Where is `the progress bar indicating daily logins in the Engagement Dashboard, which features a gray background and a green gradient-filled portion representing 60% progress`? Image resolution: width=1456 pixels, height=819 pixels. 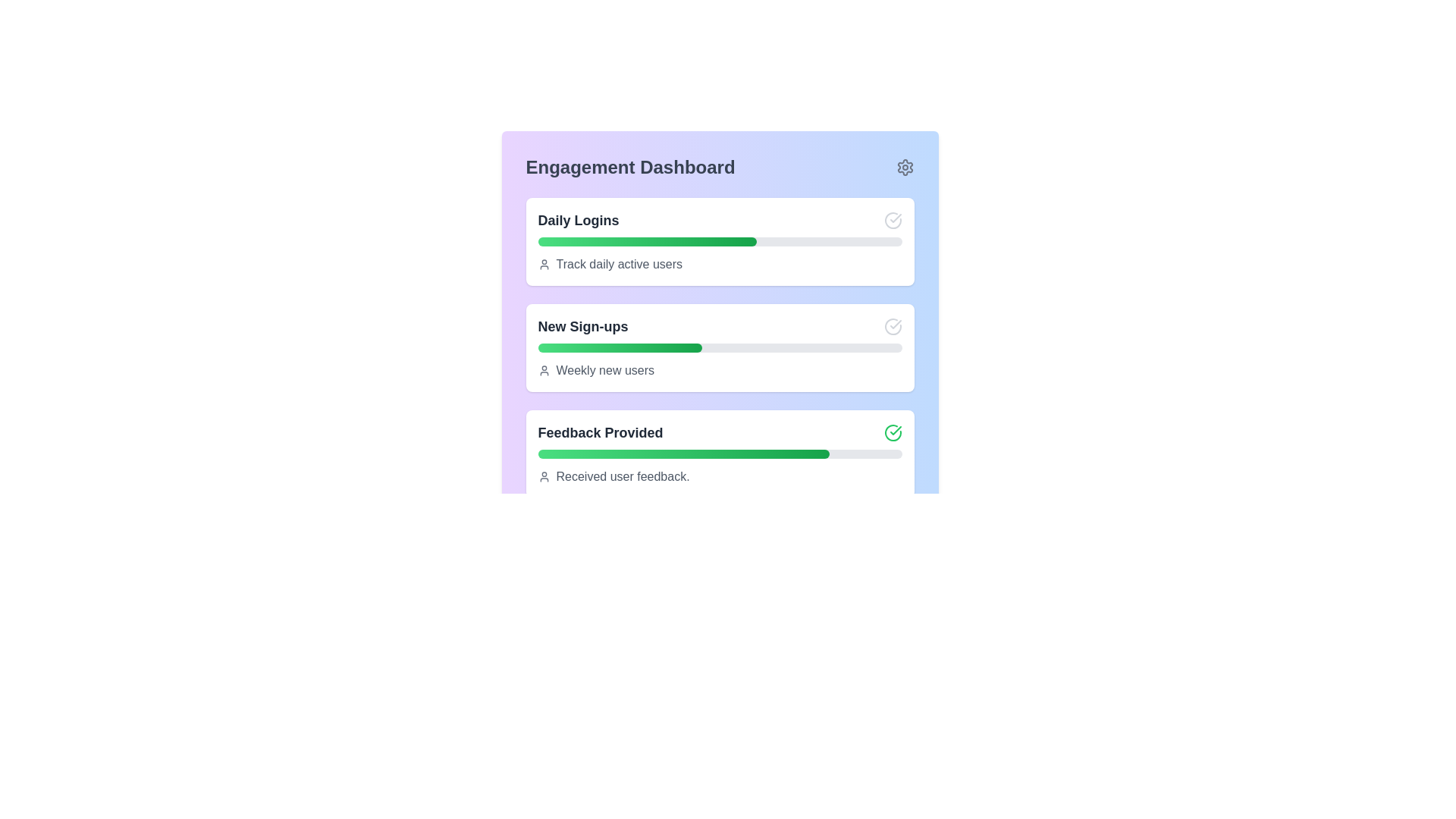
the progress bar indicating daily logins in the Engagement Dashboard, which features a gray background and a green gradient-filled portion representing 60% progress is located at coordinates (719, 241).